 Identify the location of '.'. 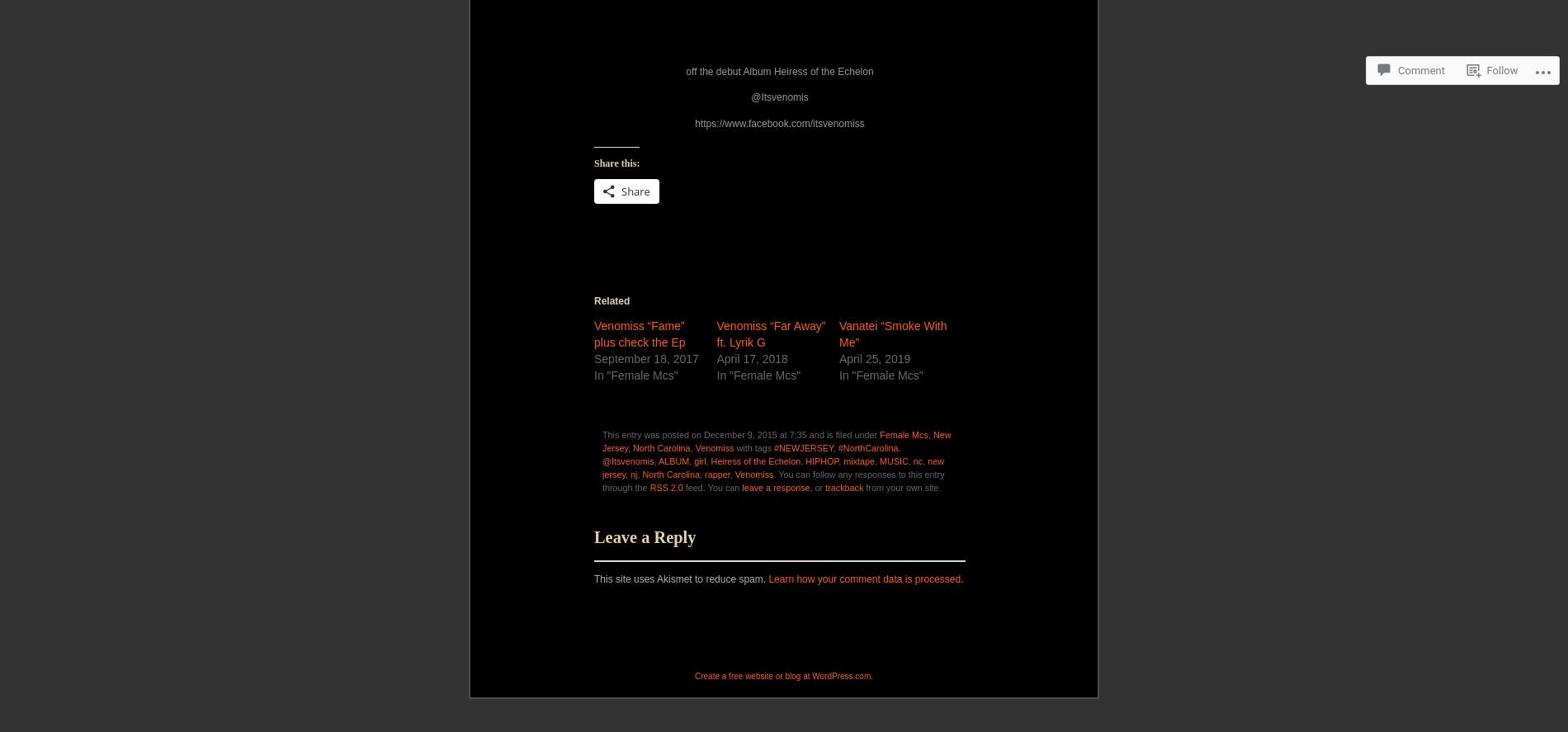
(961, 712).